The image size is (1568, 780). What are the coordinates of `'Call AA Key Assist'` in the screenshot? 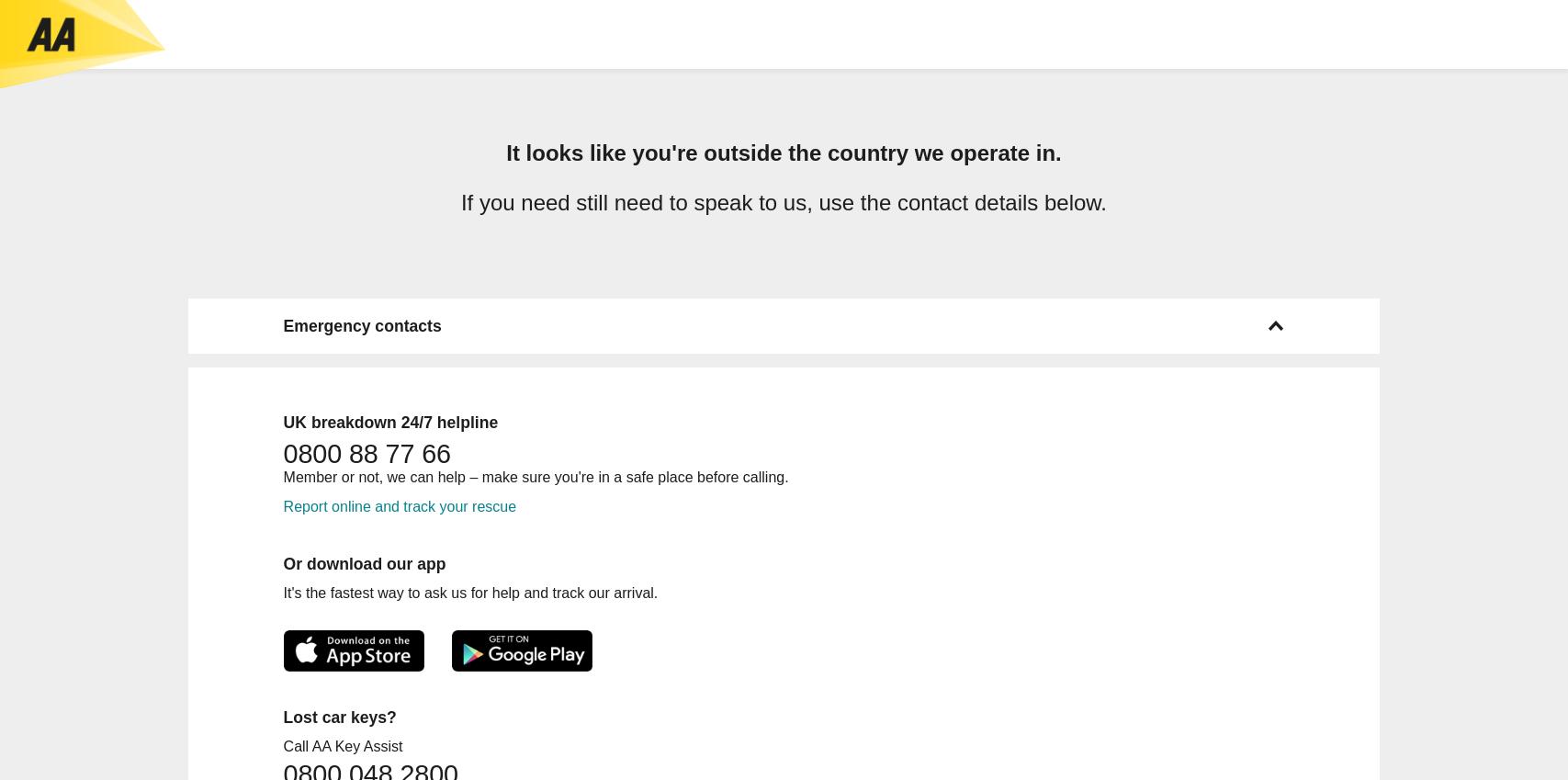 It's located at (342, 745).